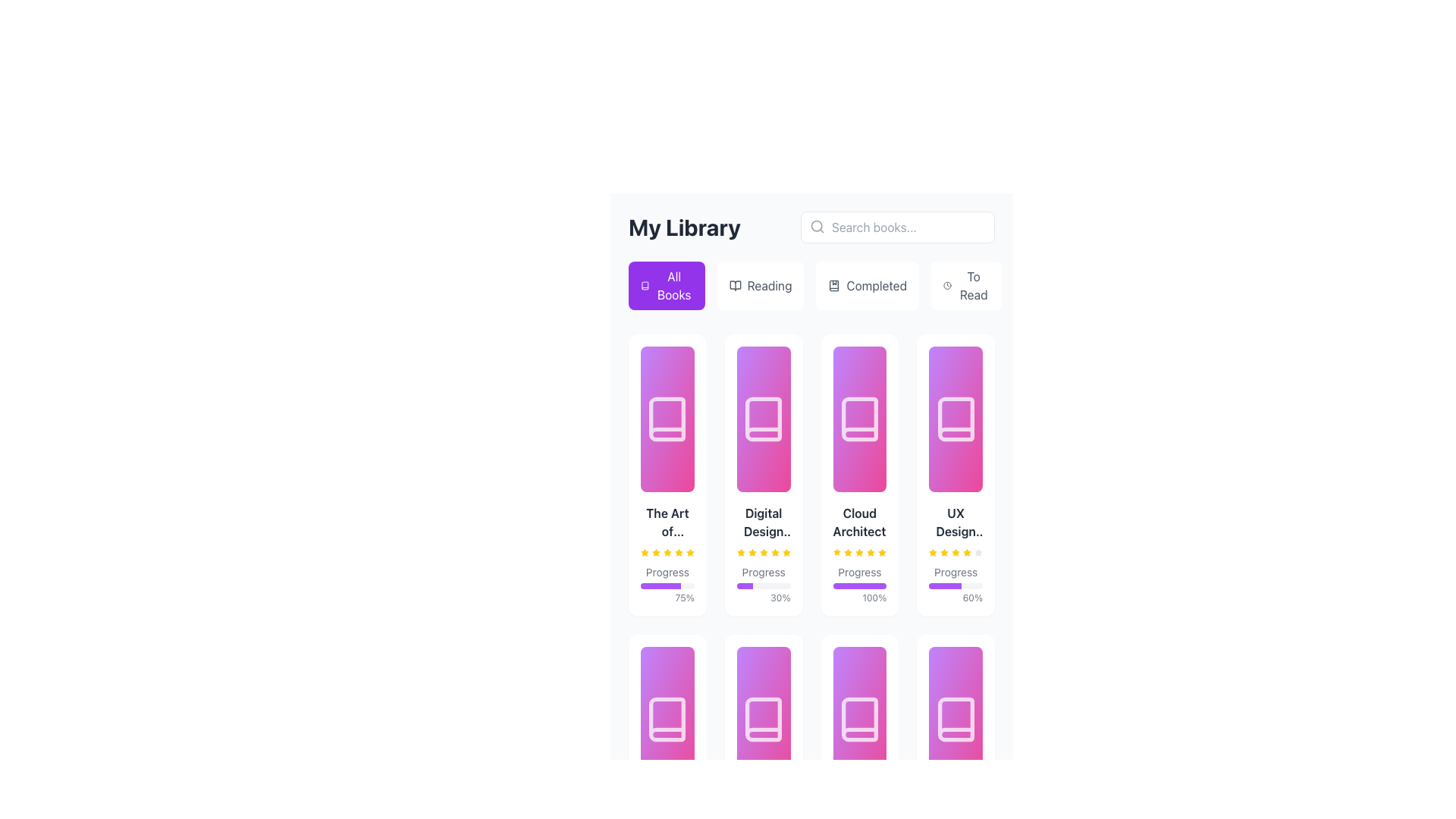 Image resolution: width=1456 pixels, height=819 pixels. I want to click on the fourth star in the five-star rating system located below the title 'The Art of...' in the first item of the top left card of the grid to interact with the rating system, so click(667, 552).